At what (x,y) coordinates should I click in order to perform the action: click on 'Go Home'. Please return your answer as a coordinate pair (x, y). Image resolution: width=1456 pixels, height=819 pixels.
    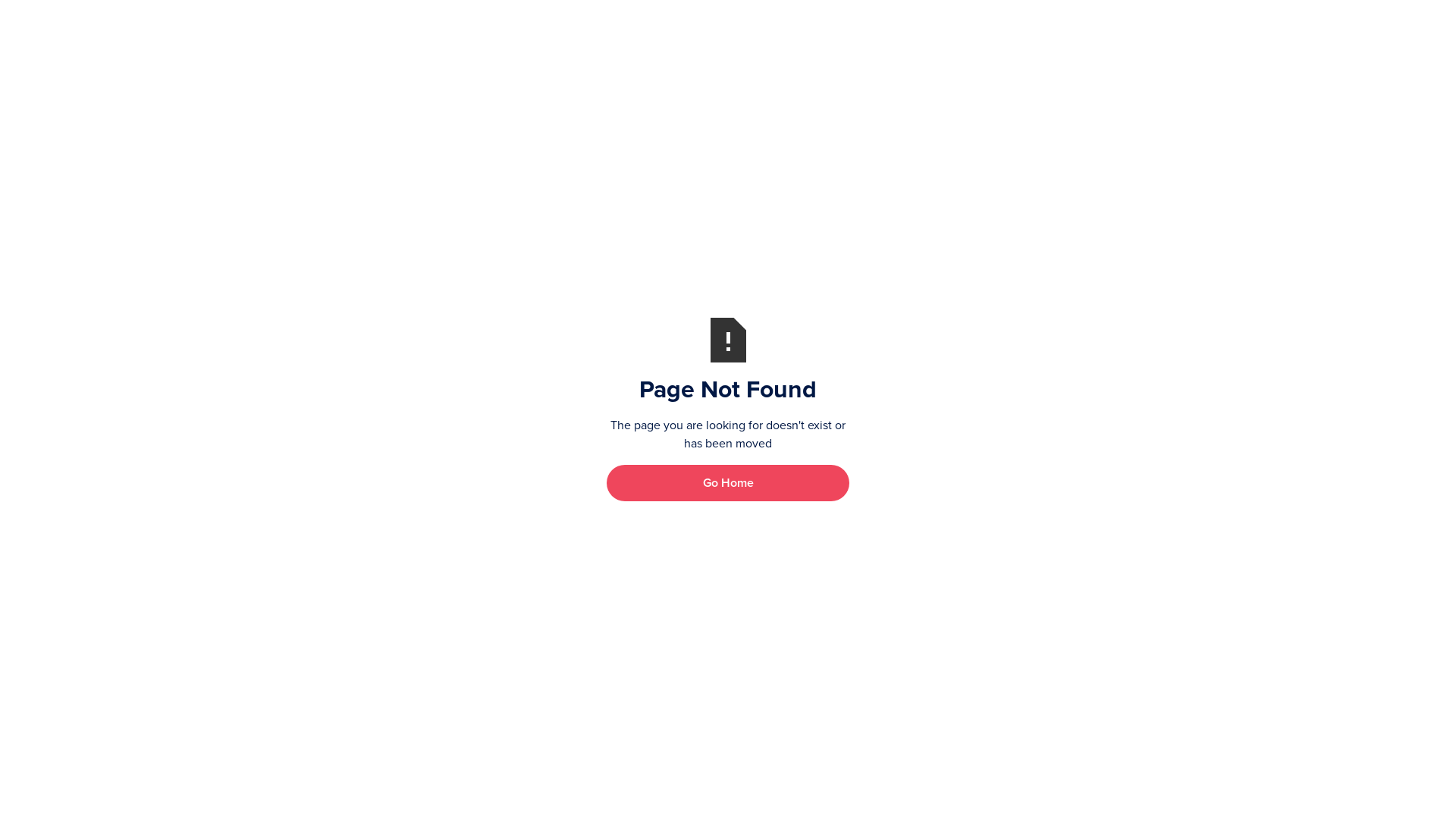
    Looking at the image, I should click on (728, 482).